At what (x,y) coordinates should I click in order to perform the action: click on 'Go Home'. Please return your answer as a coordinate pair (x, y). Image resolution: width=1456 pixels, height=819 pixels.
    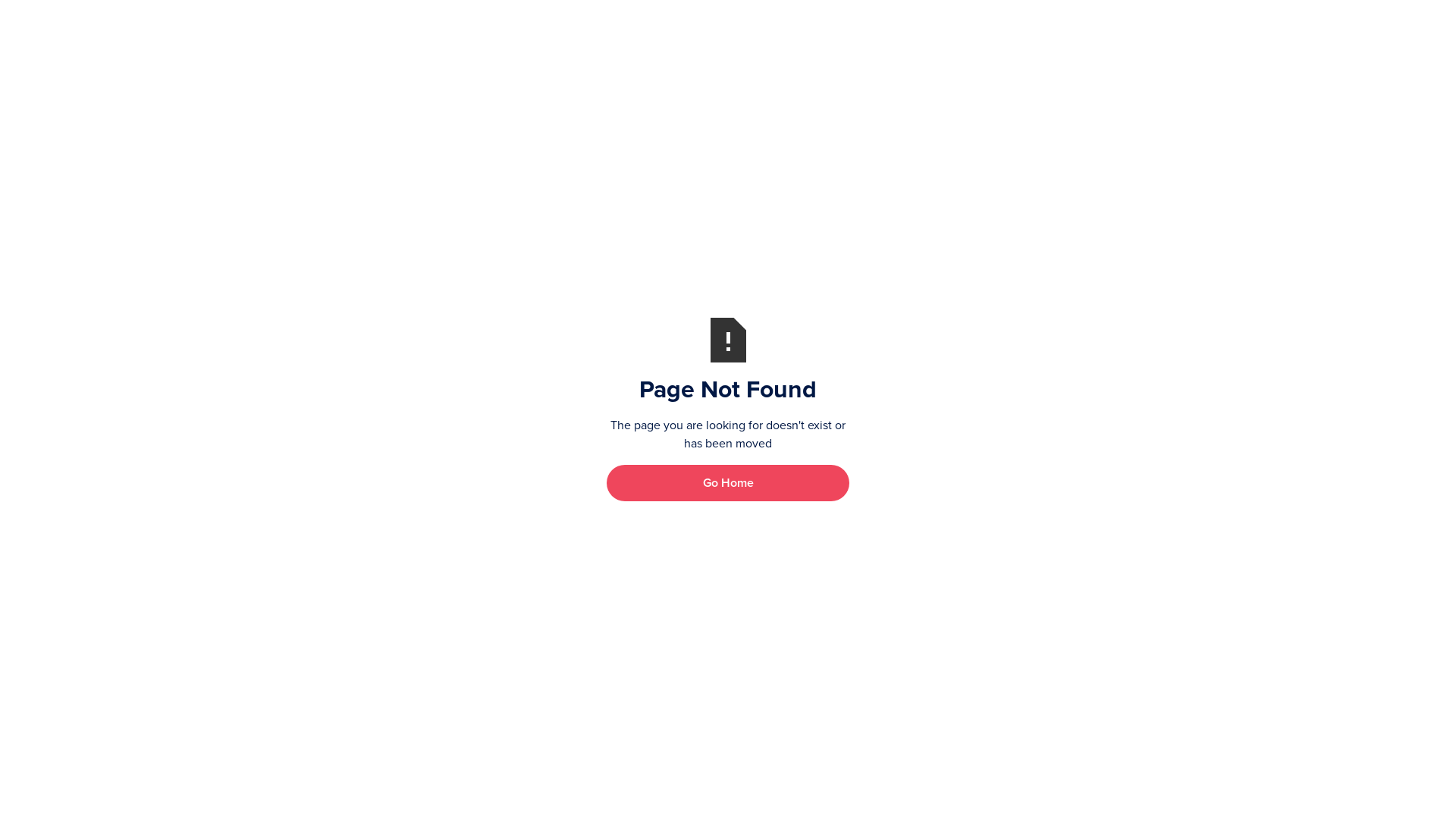
    Looking at the image, I should click on (728, 482).